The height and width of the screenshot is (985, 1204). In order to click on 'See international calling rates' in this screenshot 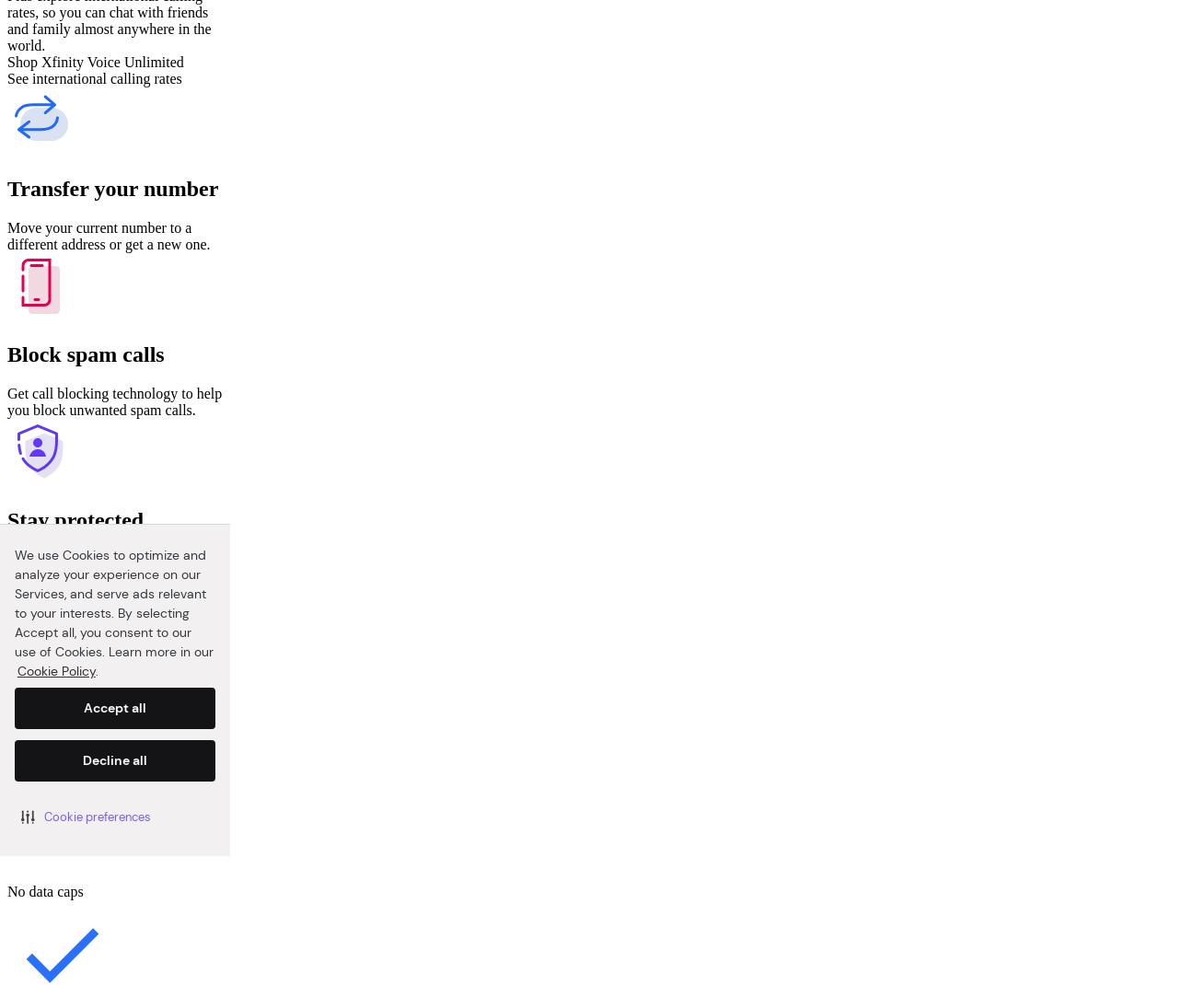, I will do `click(93, 77)`.